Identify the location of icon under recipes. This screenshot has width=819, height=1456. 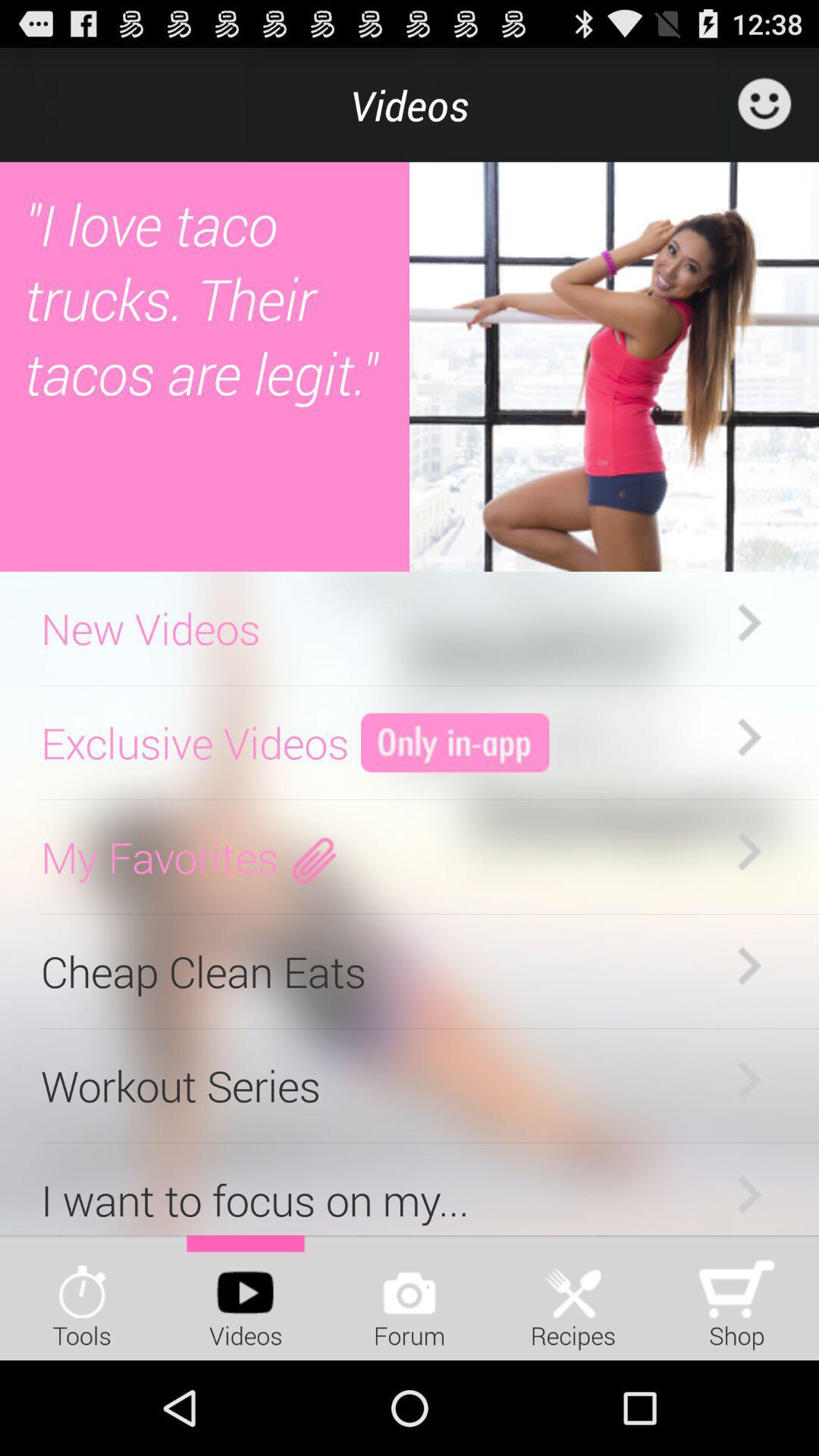
(573, 1285).